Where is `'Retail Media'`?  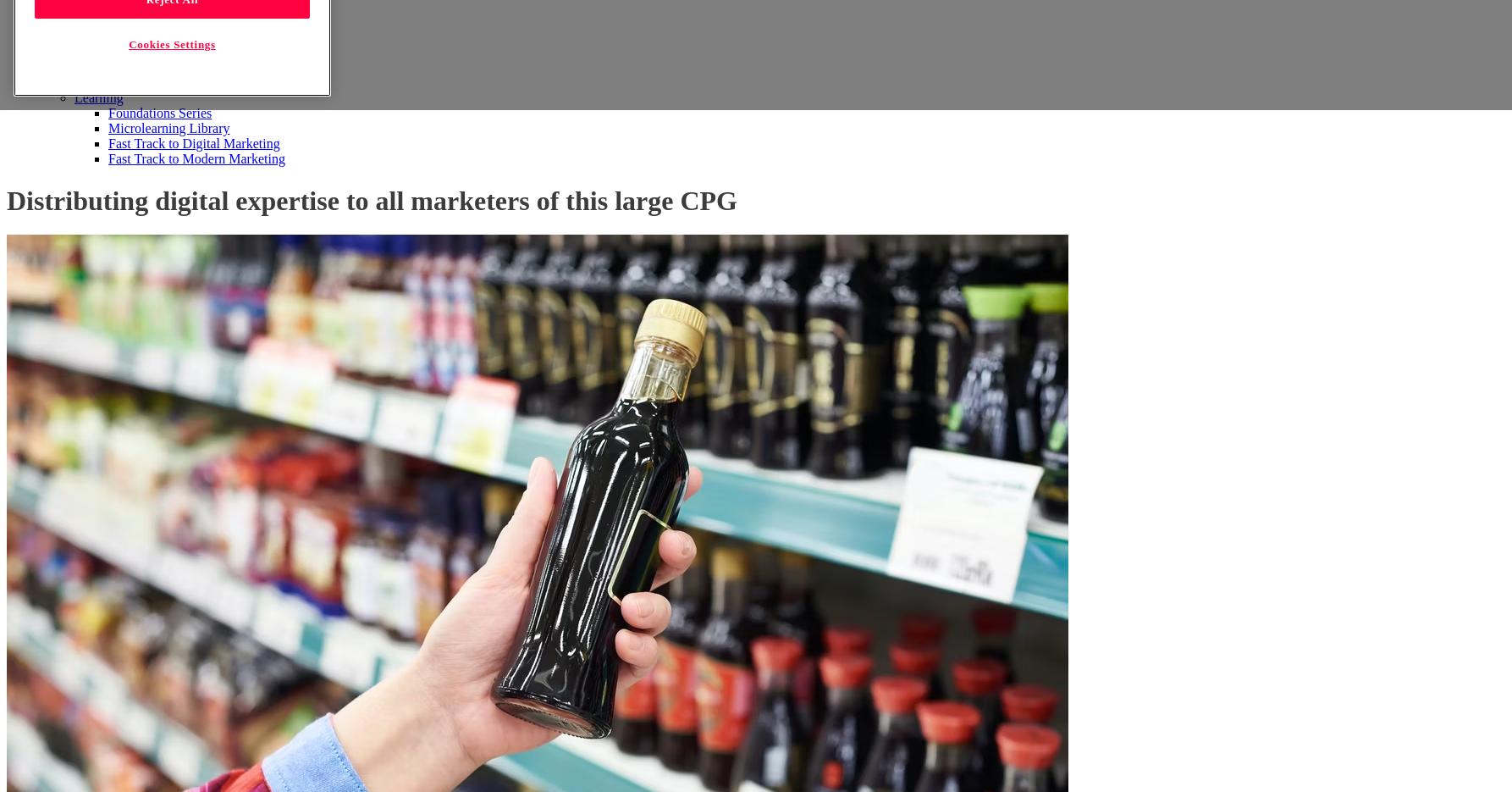 'Retail Media' is located at coordinates (142, 67).